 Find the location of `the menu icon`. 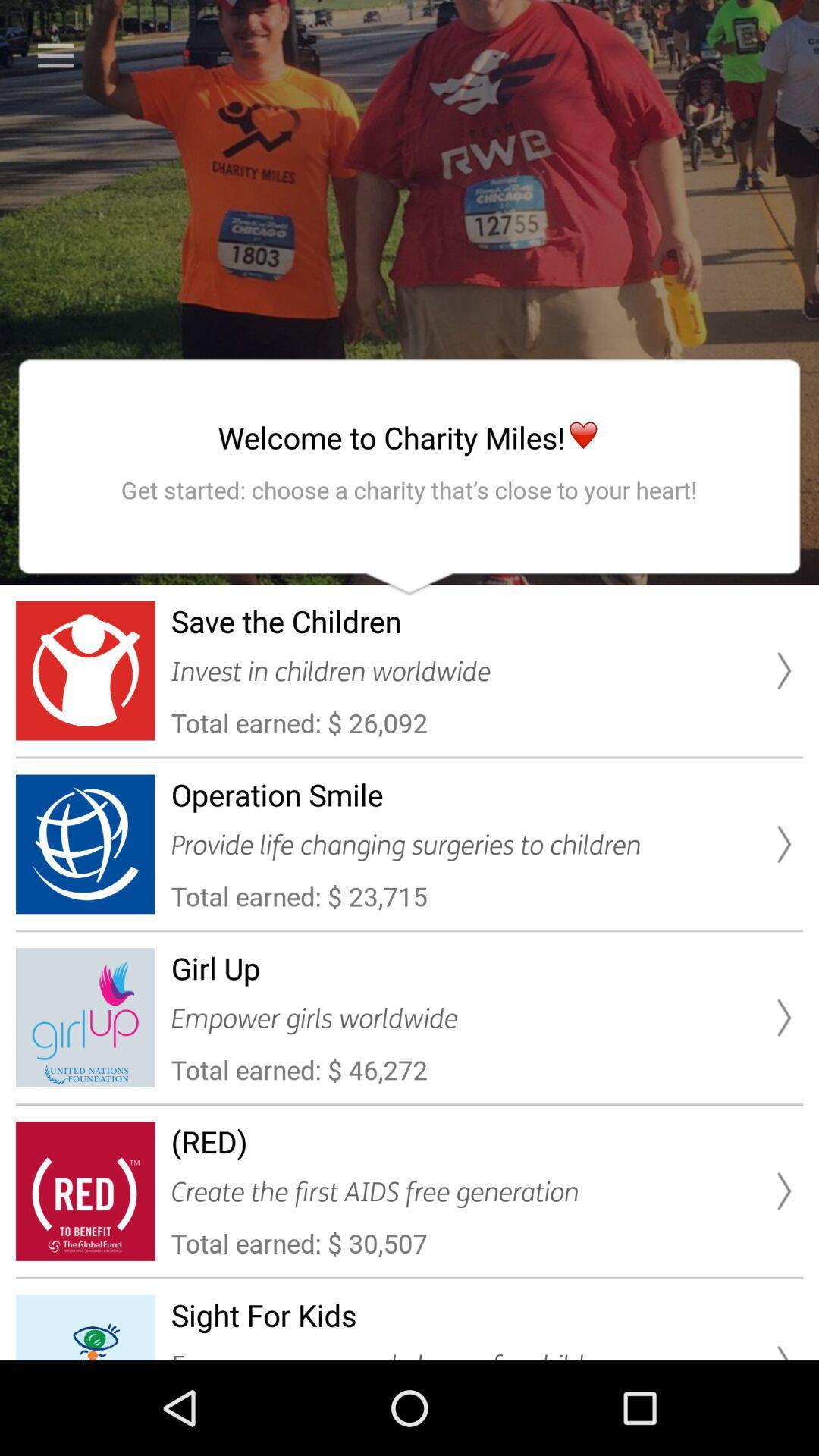

the menu icon is located at coordinates (55, 55).